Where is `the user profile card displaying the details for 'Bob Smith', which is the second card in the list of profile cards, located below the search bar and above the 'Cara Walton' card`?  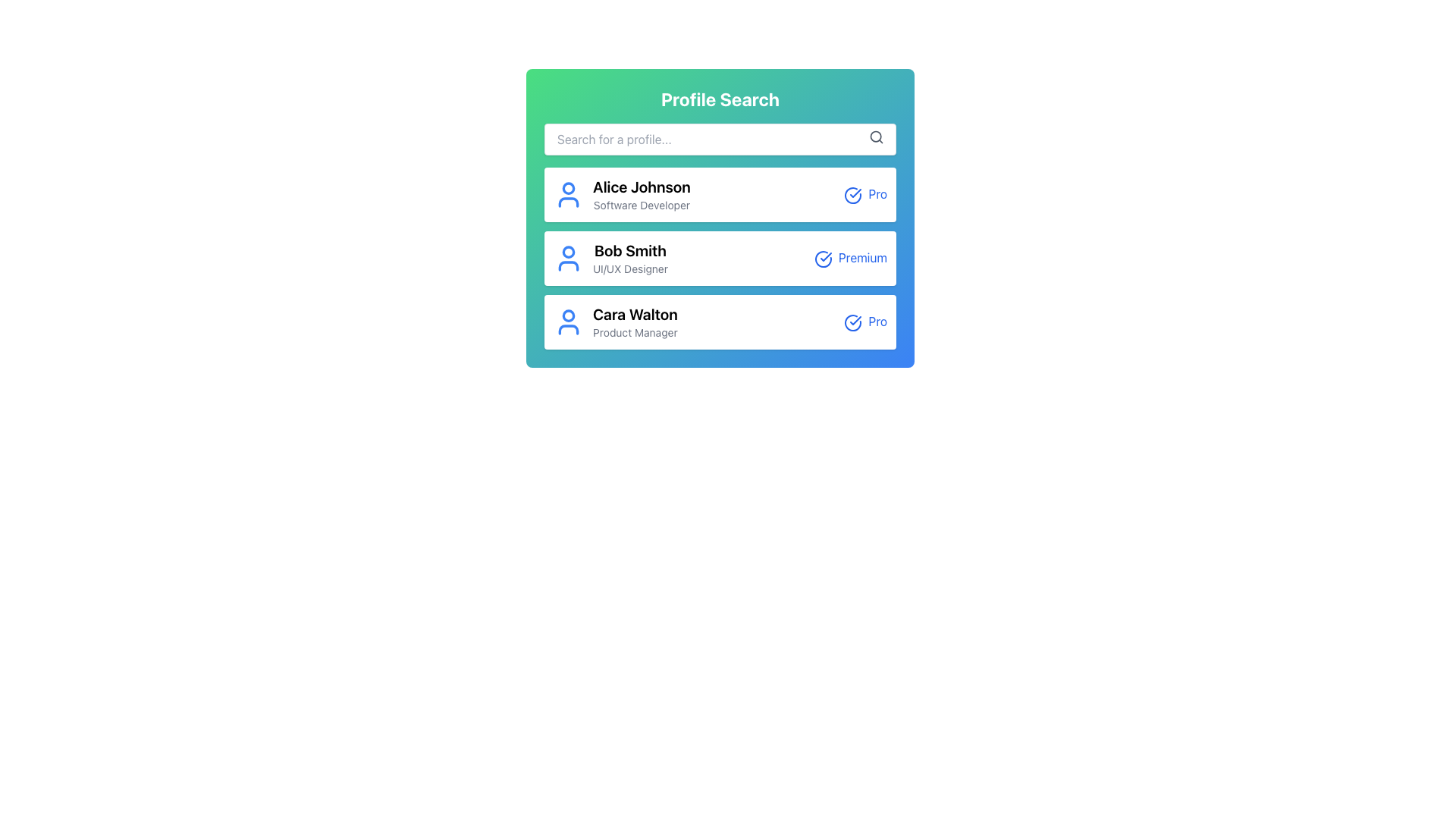
the user profile card displaying the details for 'Bob Smith', which is the second card in the list of profile cards, located below the search bar and above the 'Cara Walton' card is located at coordinates (720, 257).